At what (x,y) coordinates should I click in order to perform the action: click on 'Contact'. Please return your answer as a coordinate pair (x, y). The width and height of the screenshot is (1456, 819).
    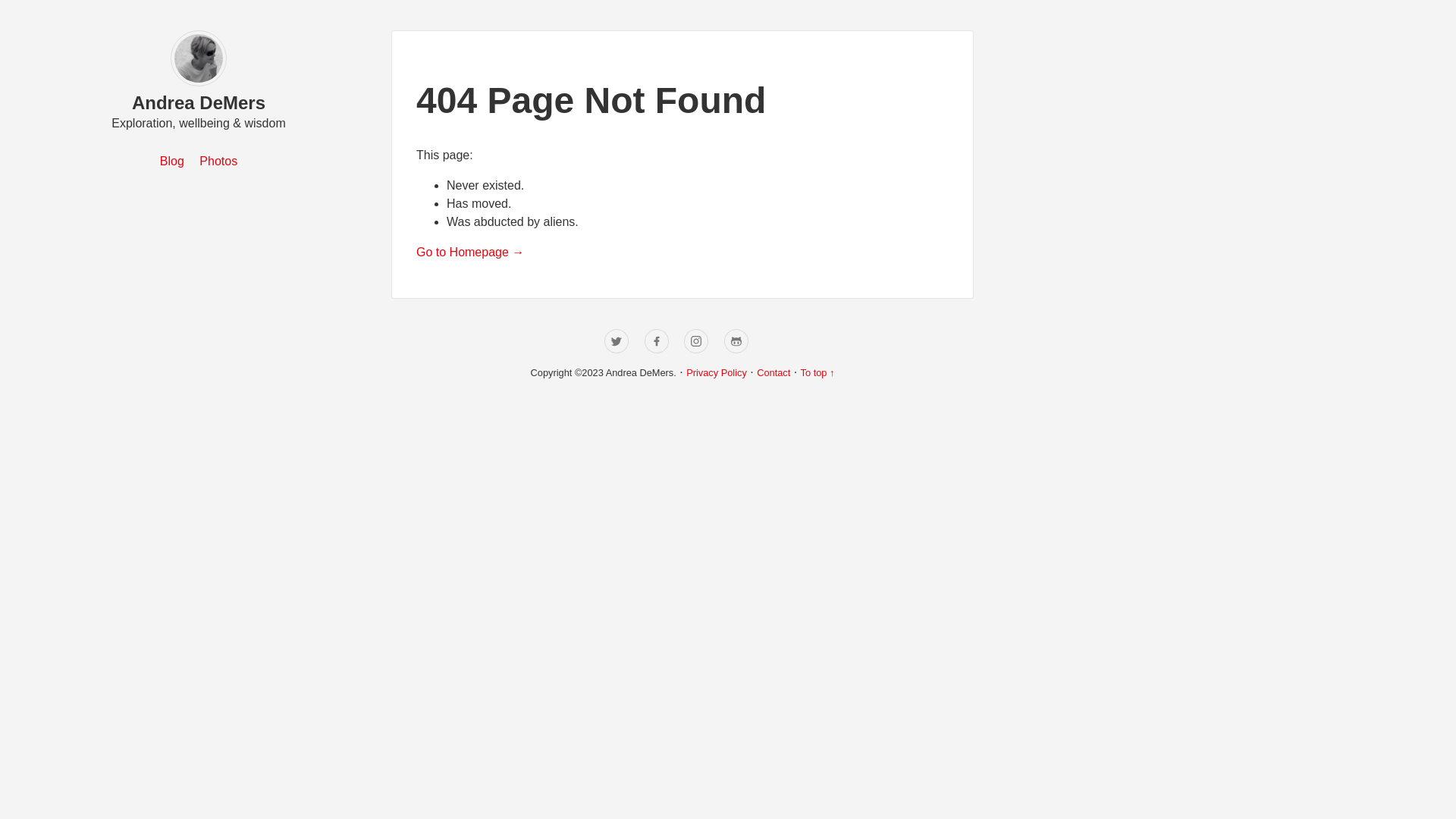
    Looking at the image, I should click on (773, 372).